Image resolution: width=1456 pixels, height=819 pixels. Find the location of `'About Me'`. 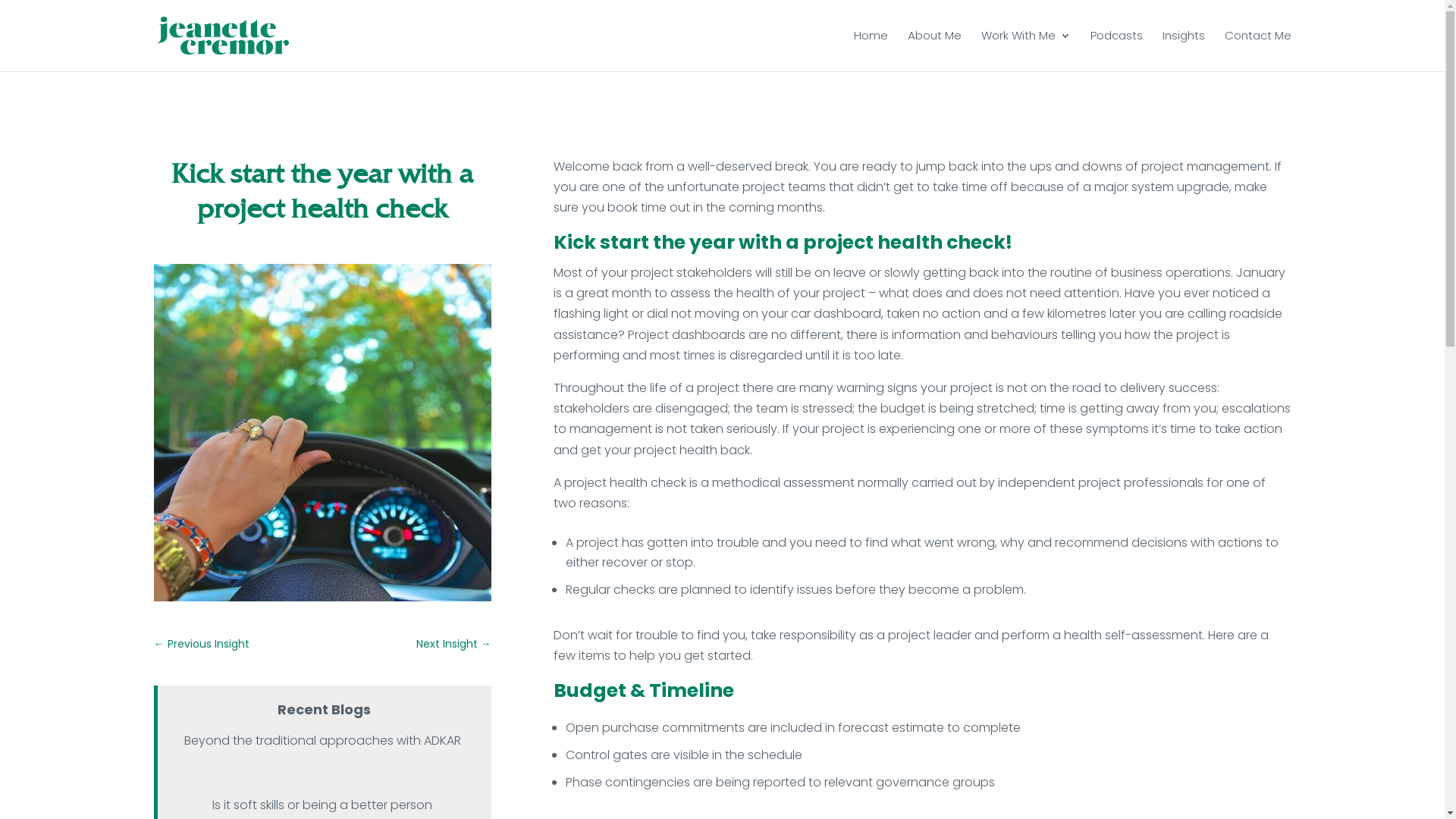

'About Me' is located at coordinates (933, 45).